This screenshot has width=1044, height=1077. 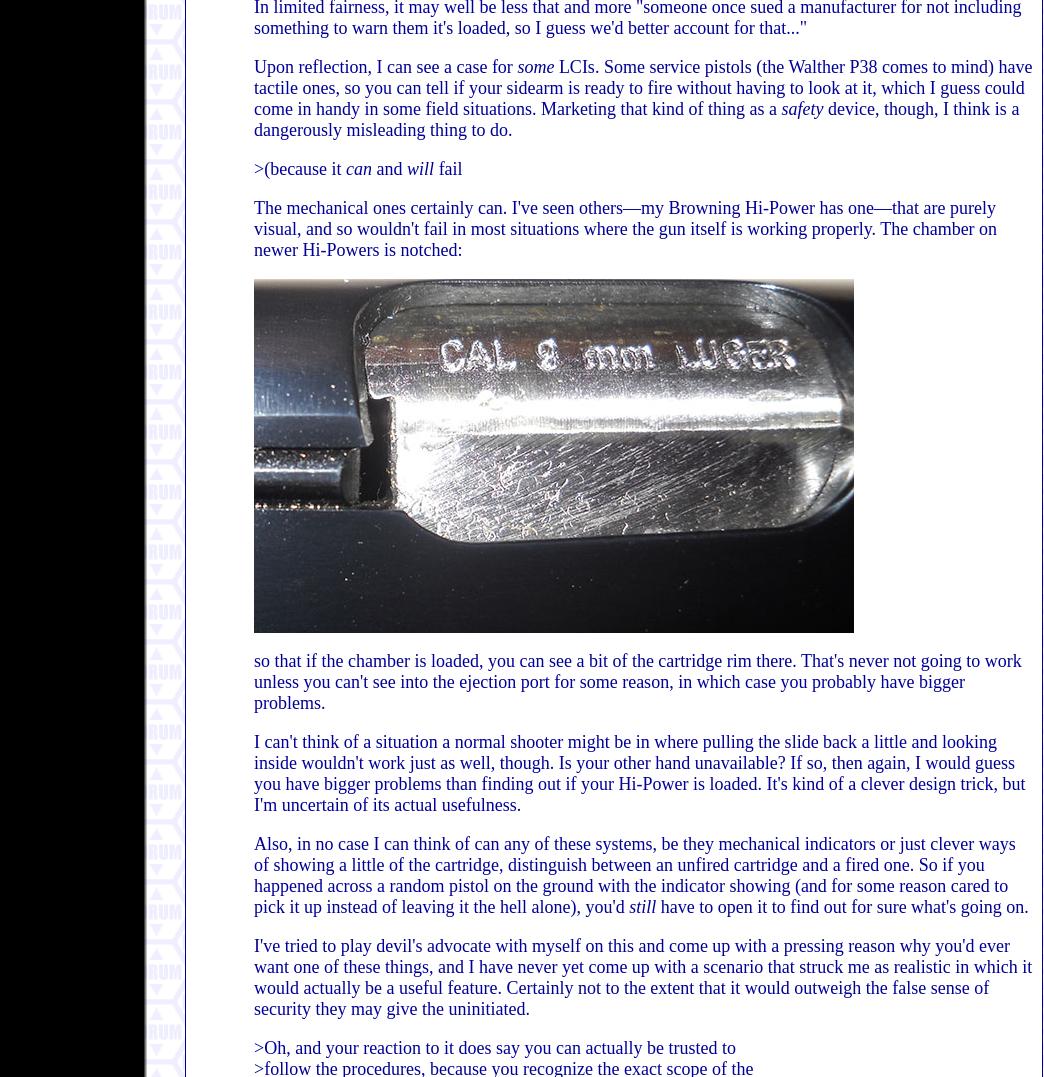 I want to click on 'and', so click(x=371, y=167).